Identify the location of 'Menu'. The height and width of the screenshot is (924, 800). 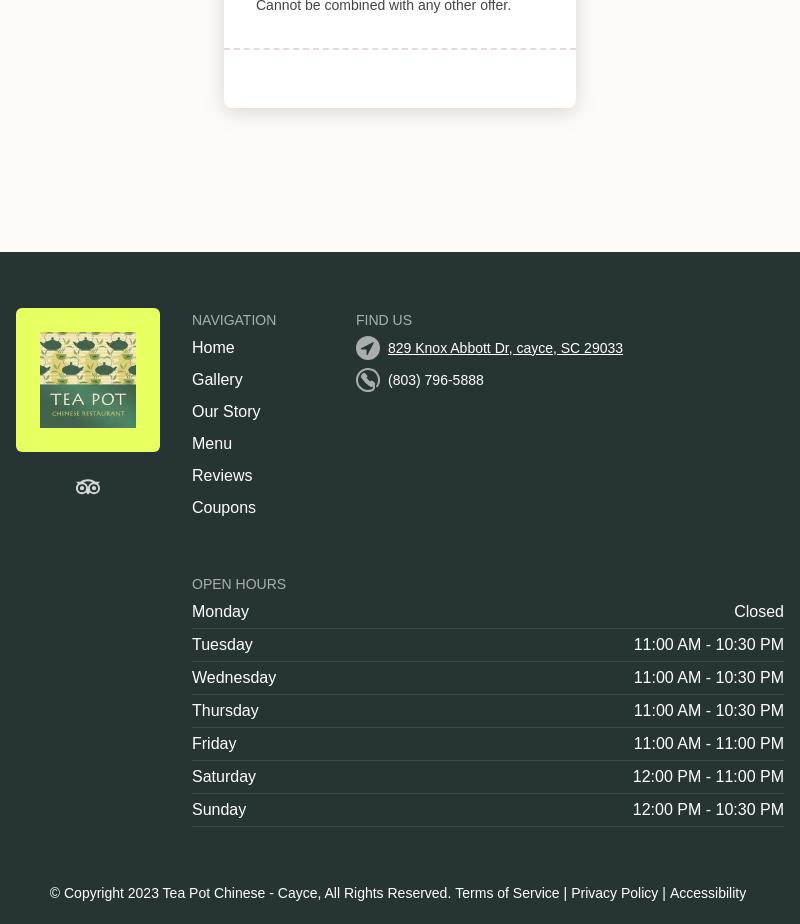
(212, 443).